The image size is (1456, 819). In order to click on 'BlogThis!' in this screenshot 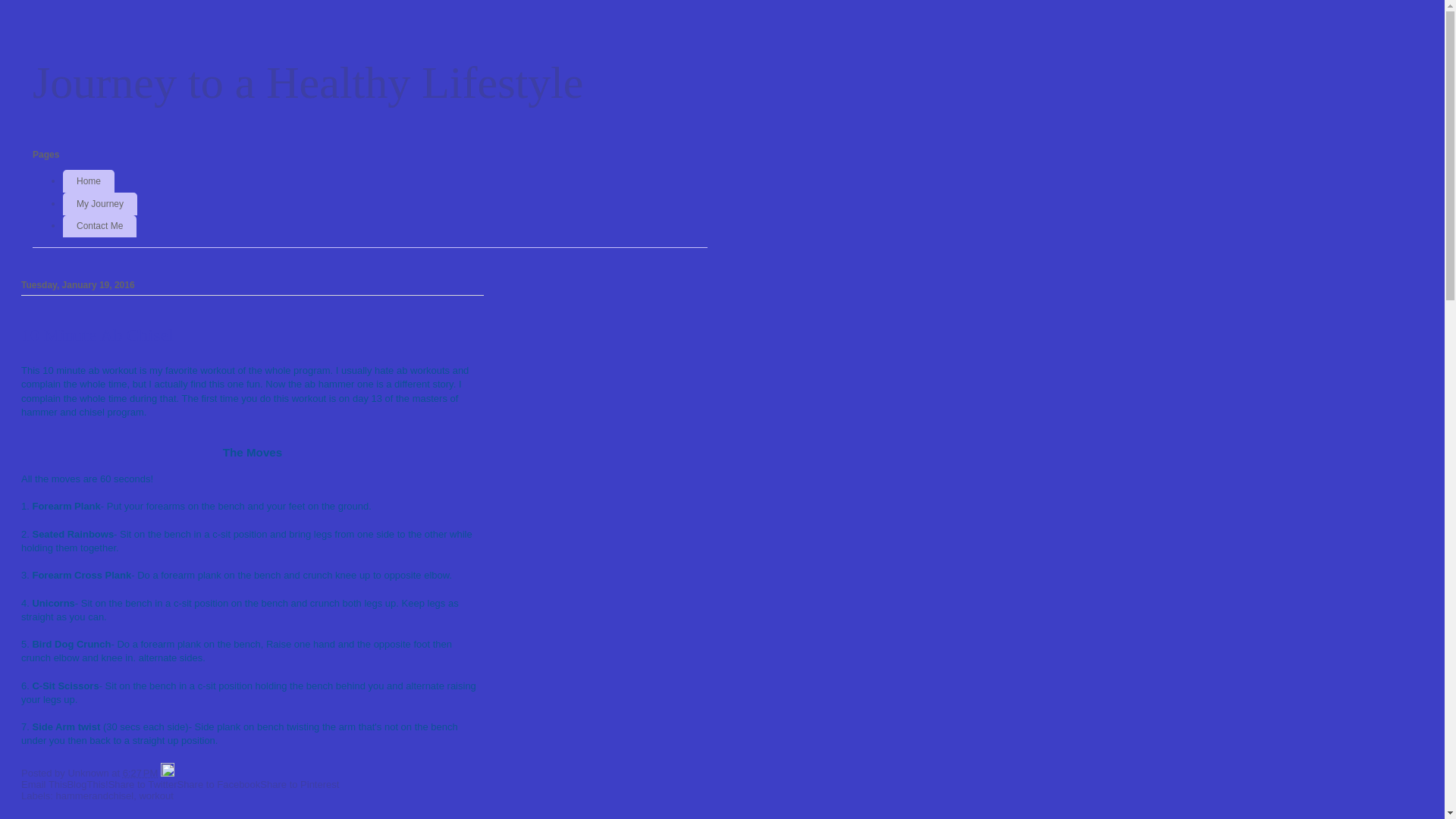, I will do `click(65, 784)`.